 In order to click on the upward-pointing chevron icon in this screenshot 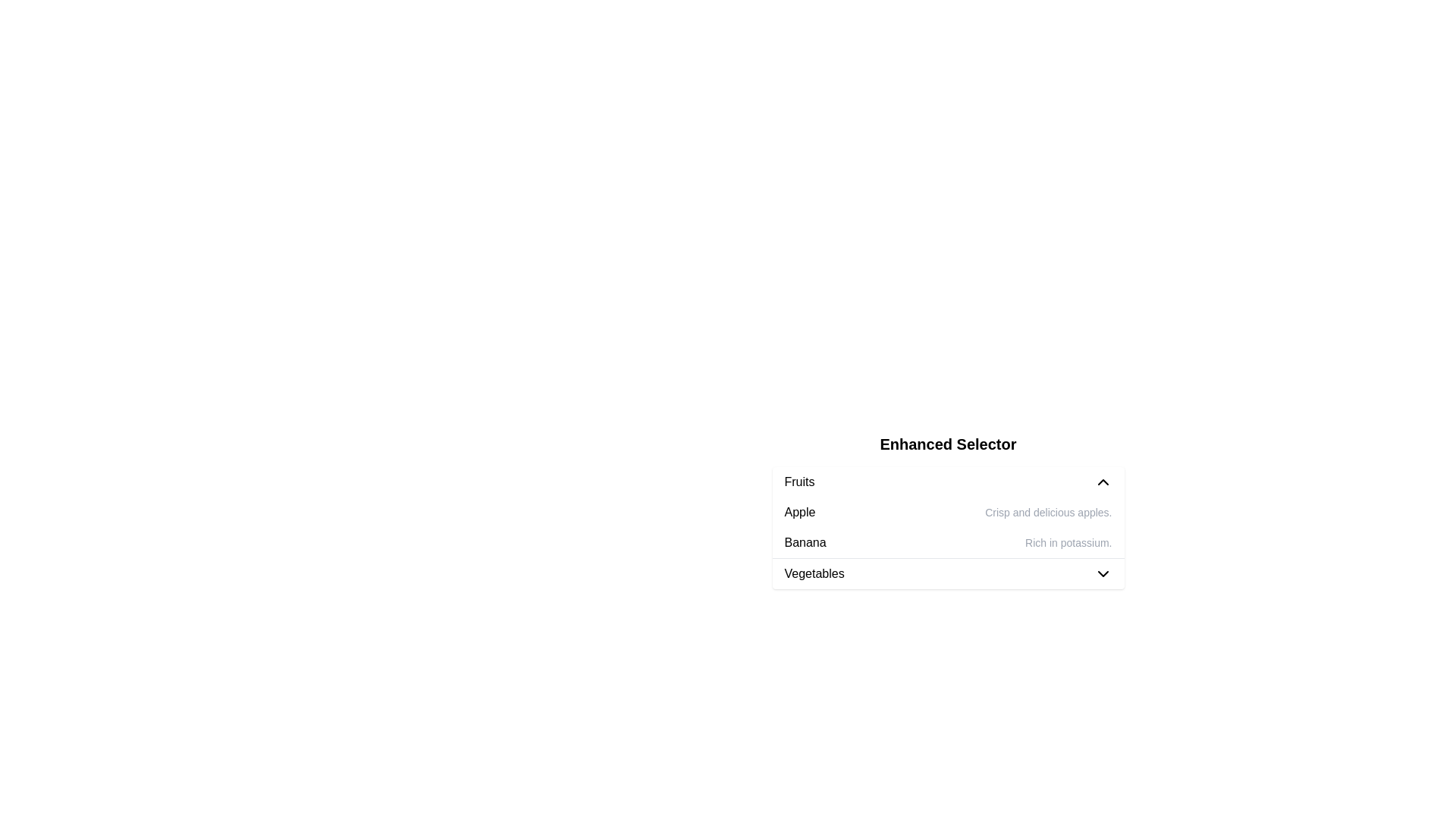, I will do `click(1103, 482)`.